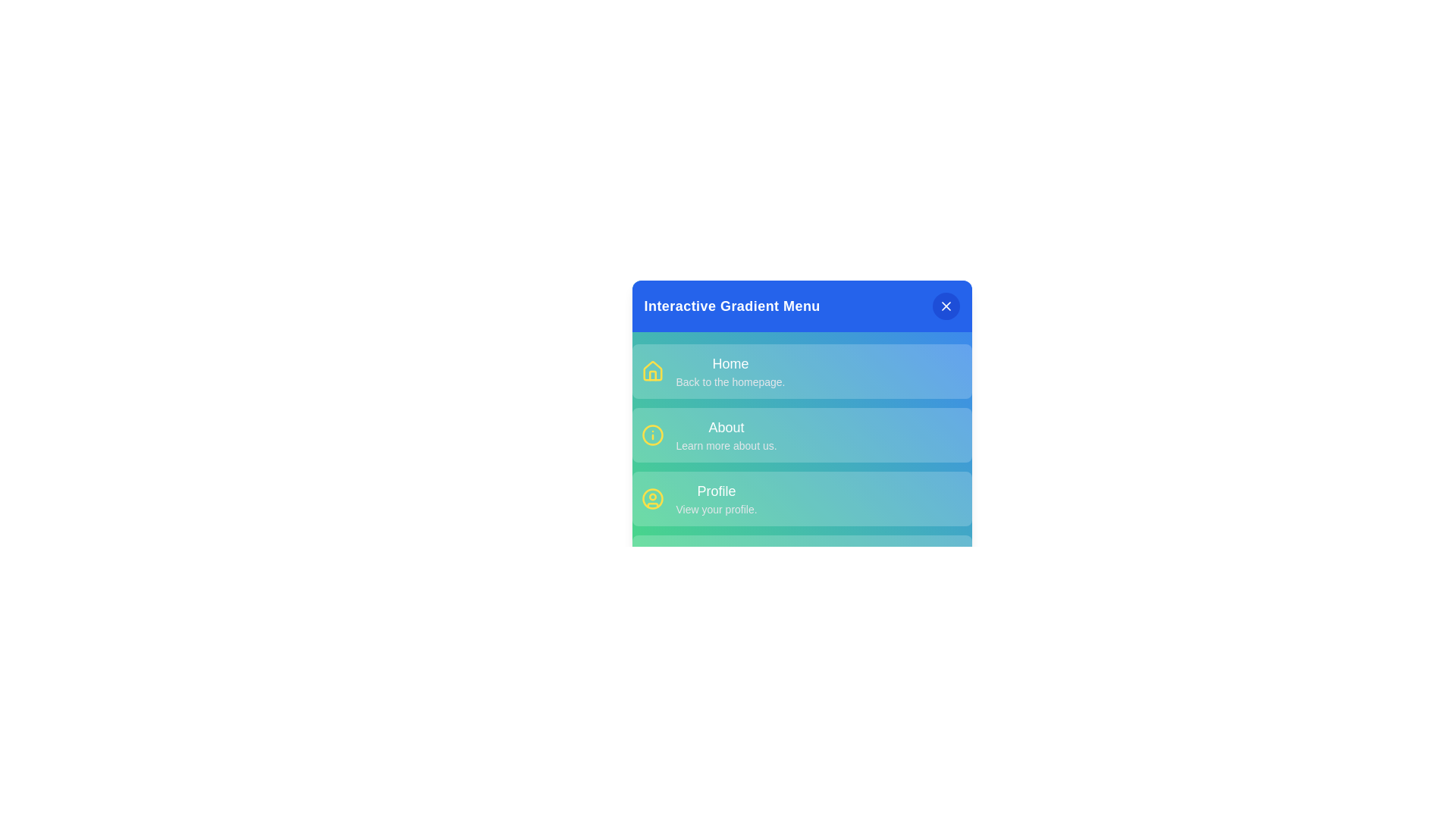  I want to click on the menu item About to read its description, so click(726, 427).